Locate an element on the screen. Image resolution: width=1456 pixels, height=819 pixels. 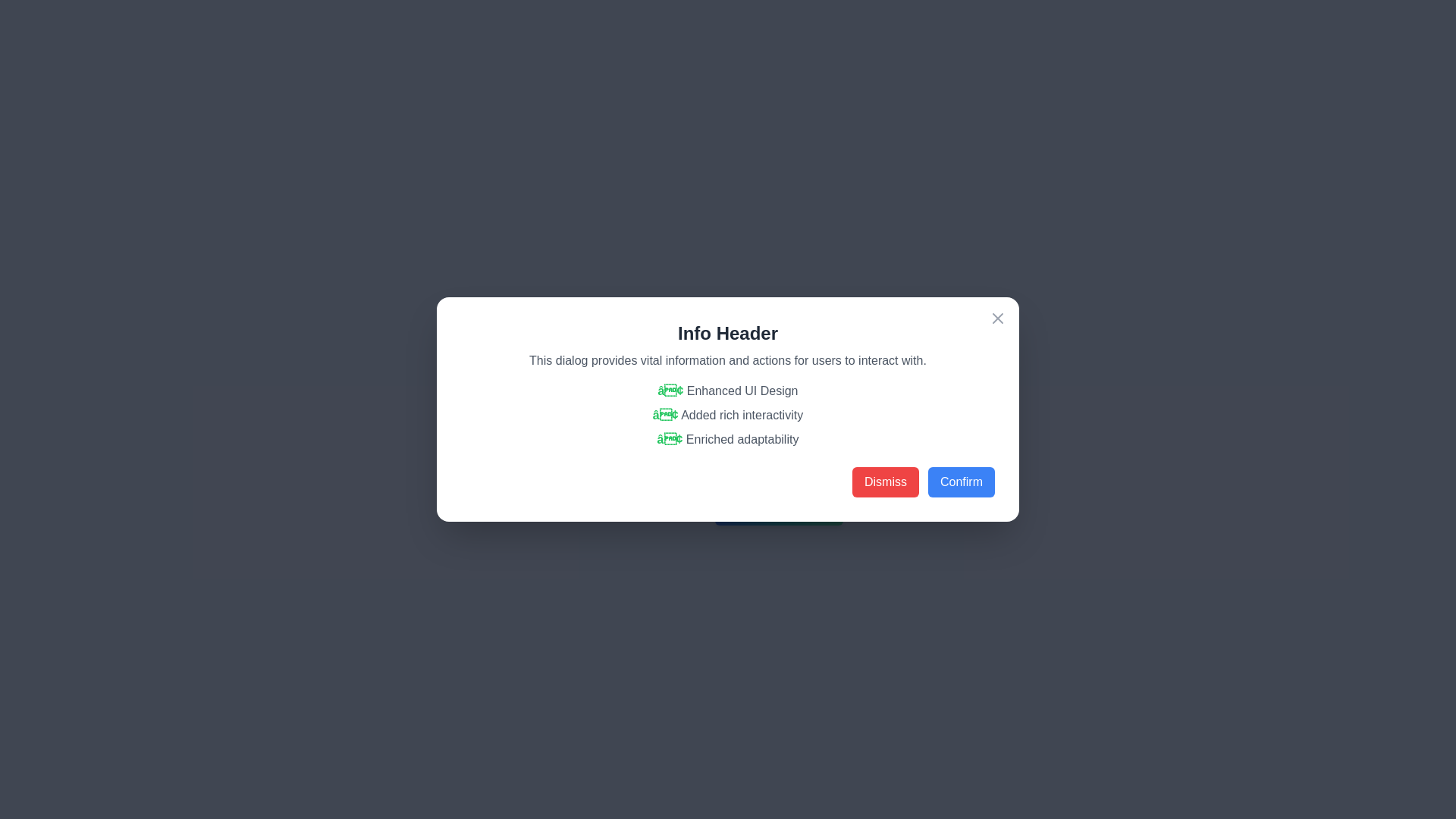
the dismiss button located in the bottom-right side of the modal dialog, which is slightly to the left of the 'Confirm' button, to observe style changes is located at coordinates (885, 482).